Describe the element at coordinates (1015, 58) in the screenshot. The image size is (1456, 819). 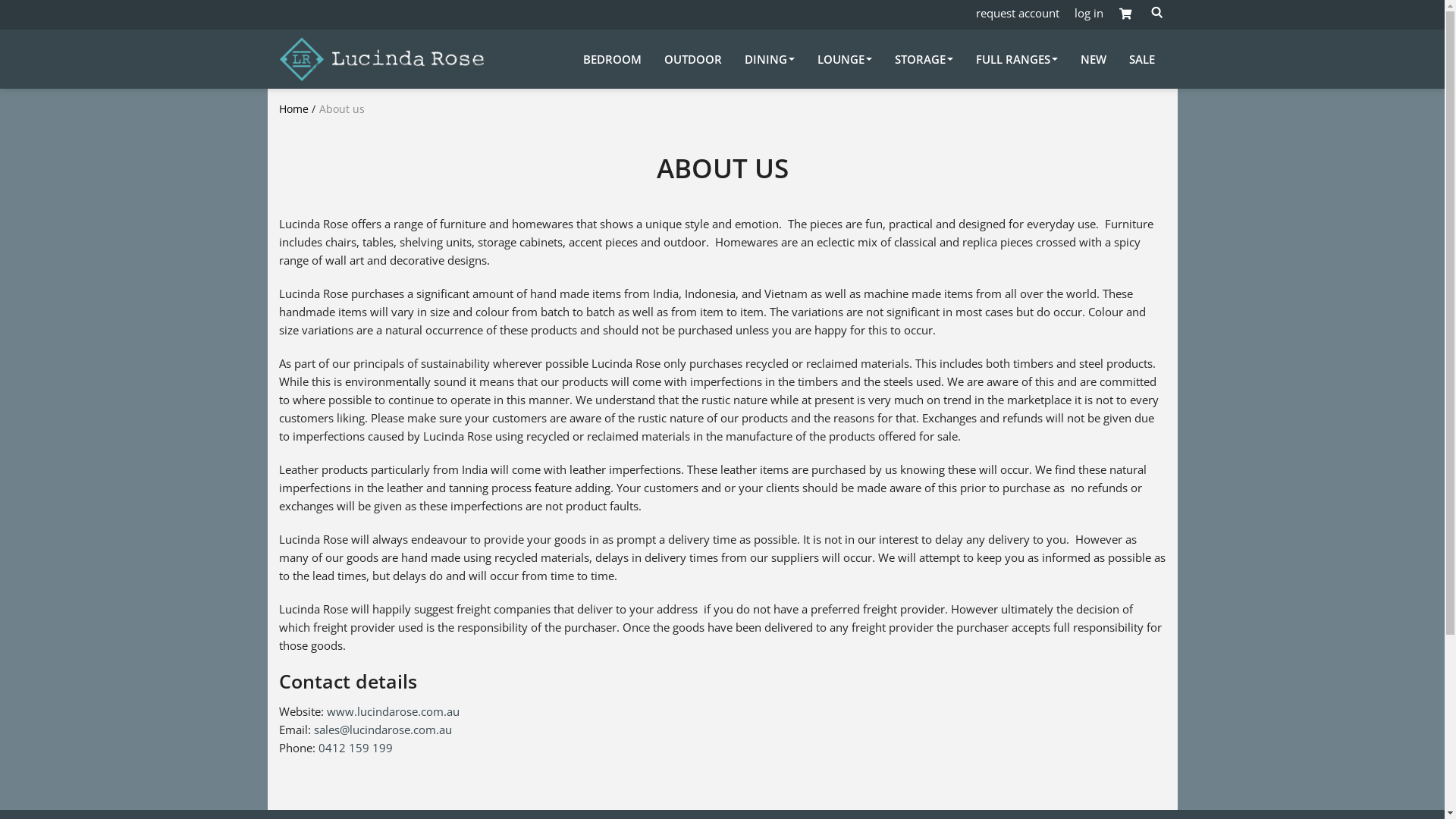
I see `'FULL RANGES'` at that location.